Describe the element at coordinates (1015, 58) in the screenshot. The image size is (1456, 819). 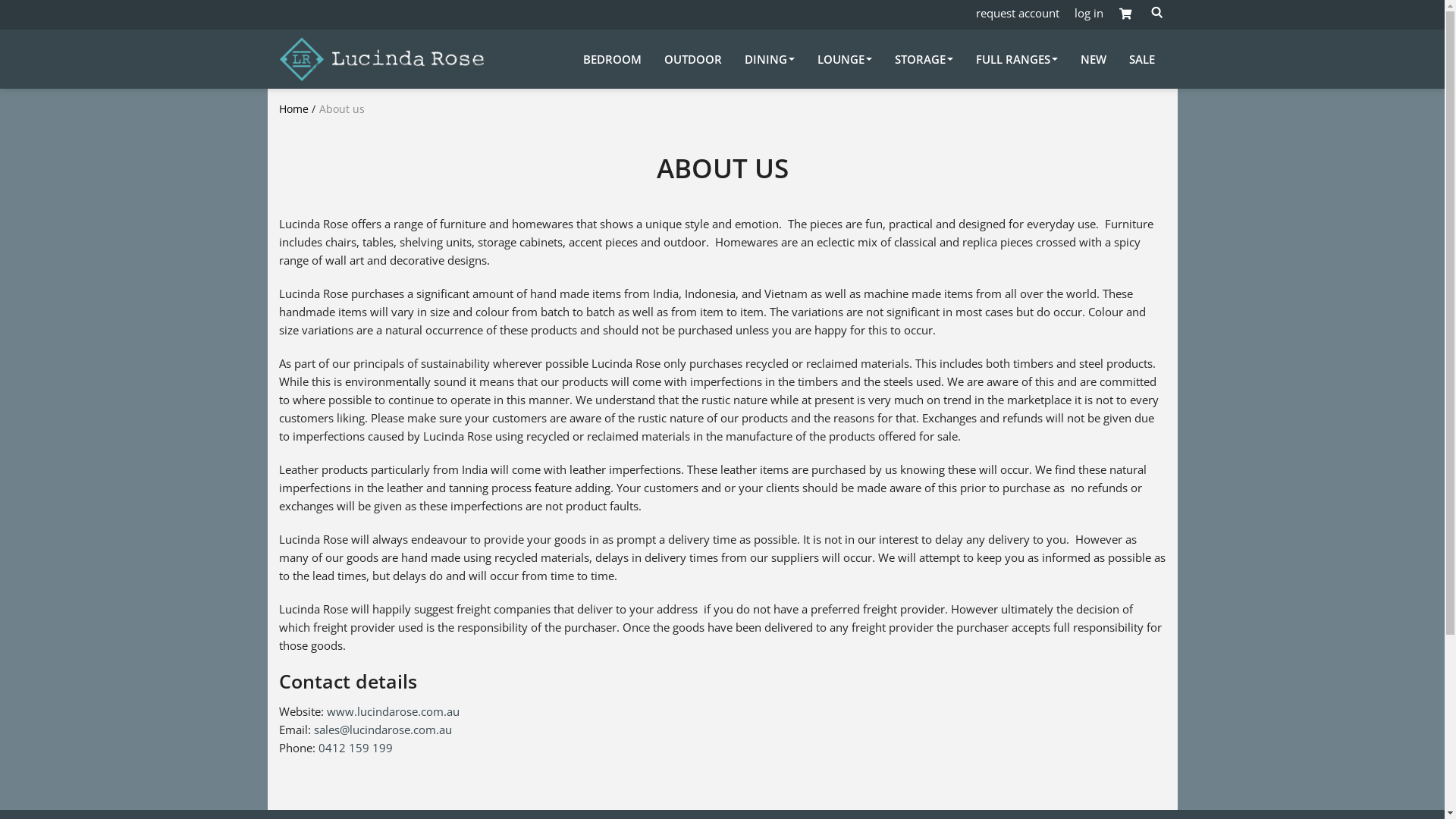
I see `'FULL RANGES'` at that location.